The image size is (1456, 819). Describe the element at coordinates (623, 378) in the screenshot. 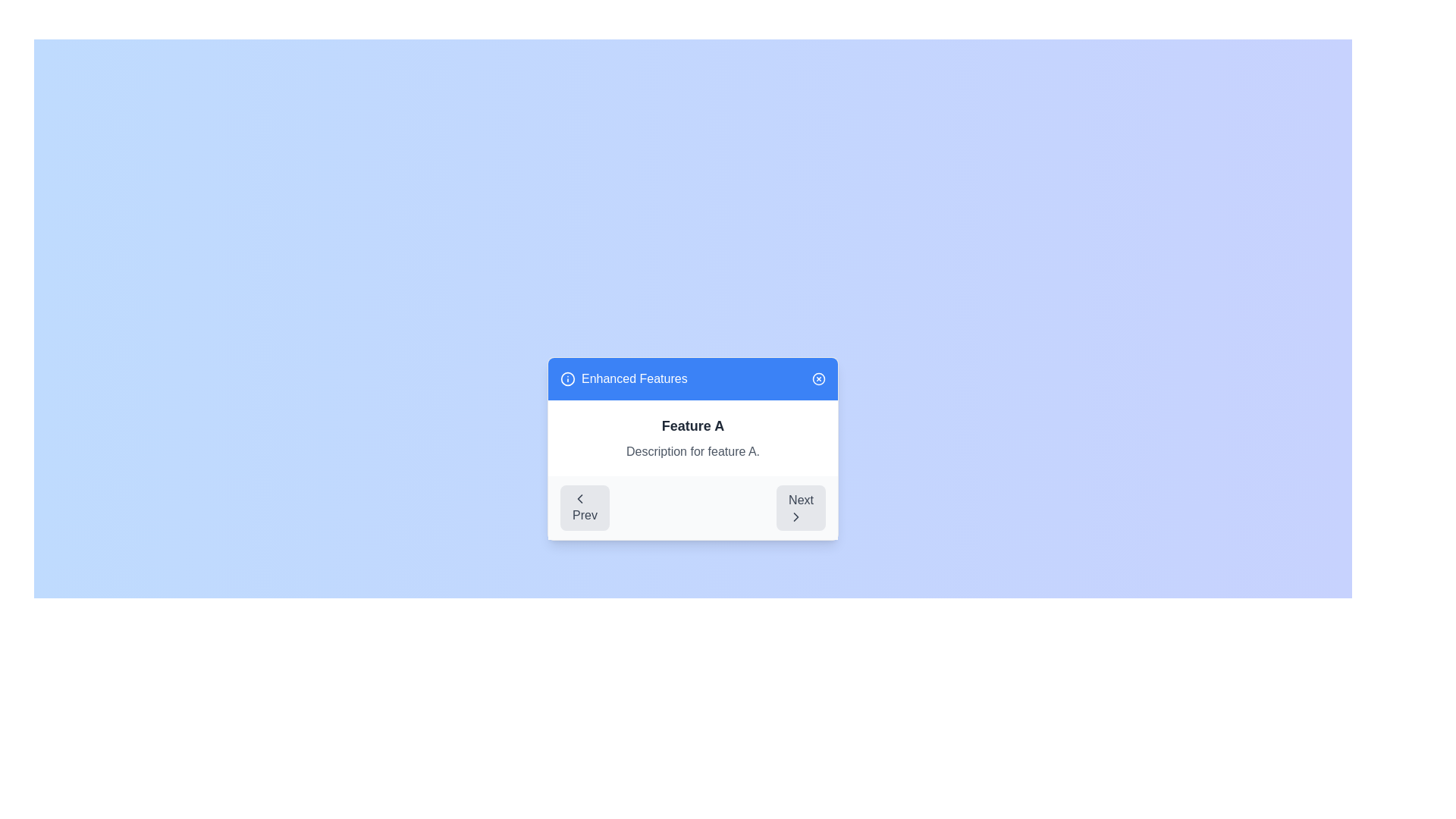

I see `text of the label displaying 'Enhanced Features' which is styled in white against a blue background, located in the header section of a rectangular card UI component` at that location.